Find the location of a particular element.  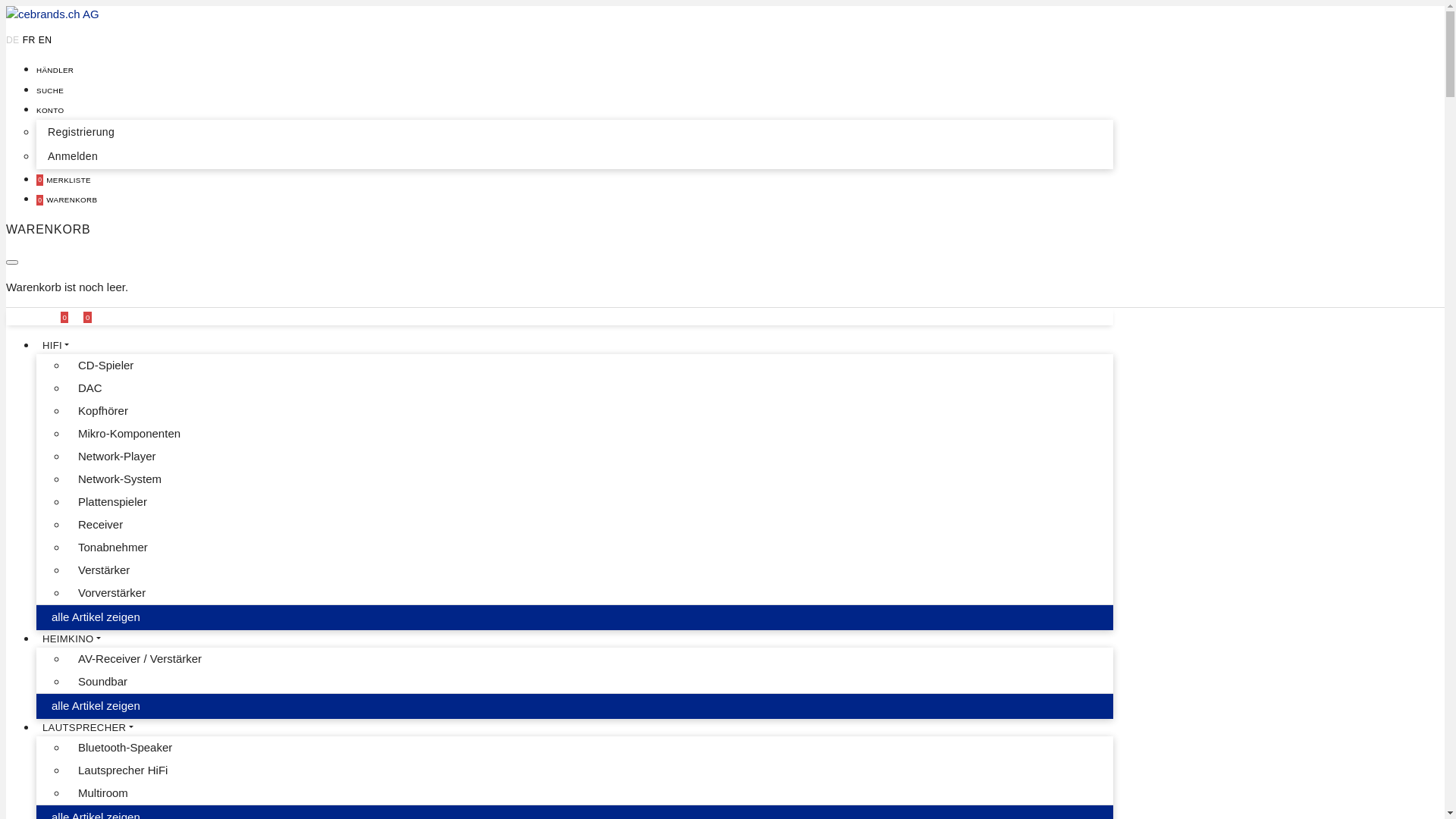

'0' is located at coordinates (64, 315).